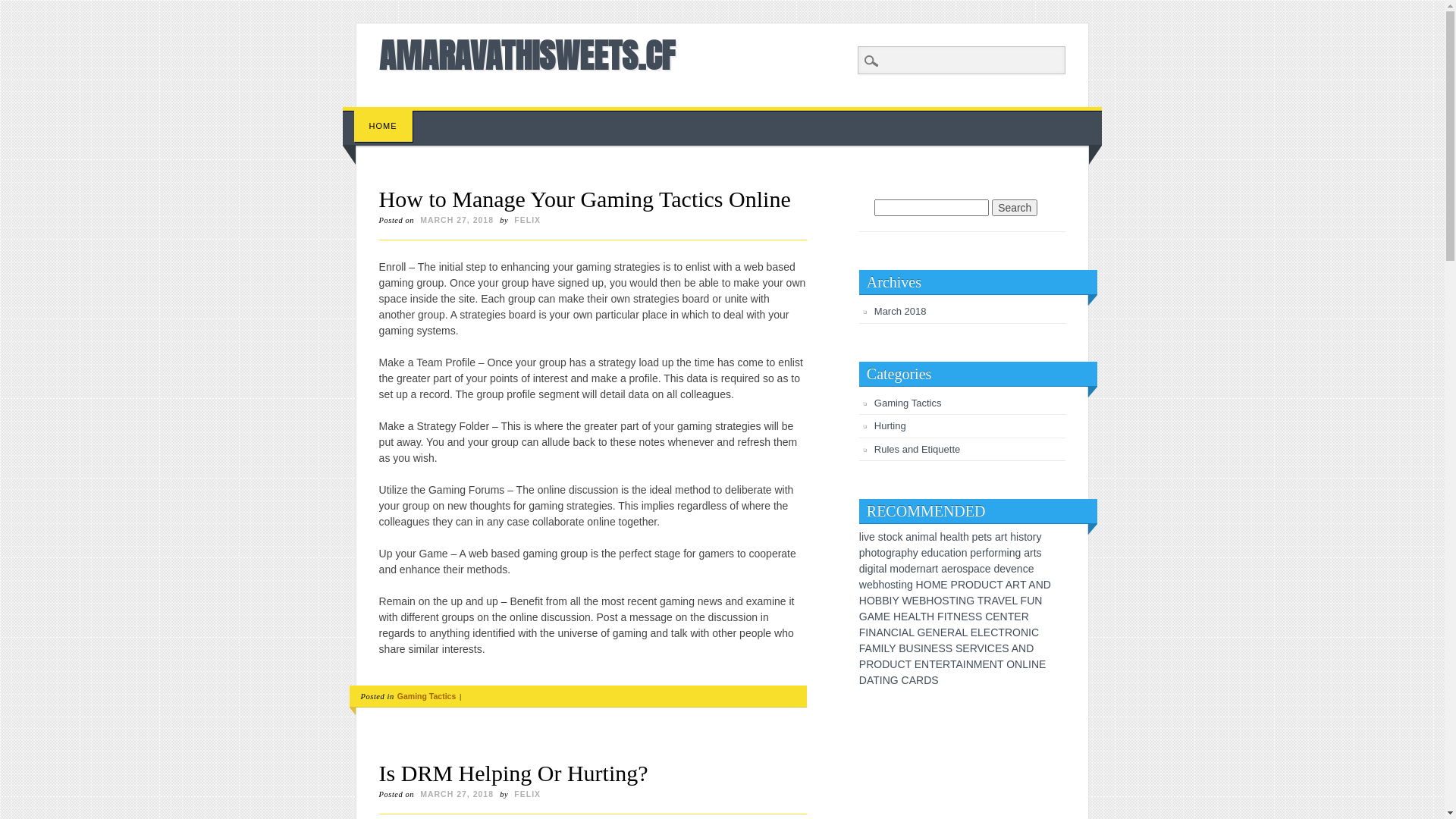 Image resolution: width=1456 pixels, height=819 pixels. Describe the element at coordinates (910, 617) in the screenshot. I see `'A'` at that location.